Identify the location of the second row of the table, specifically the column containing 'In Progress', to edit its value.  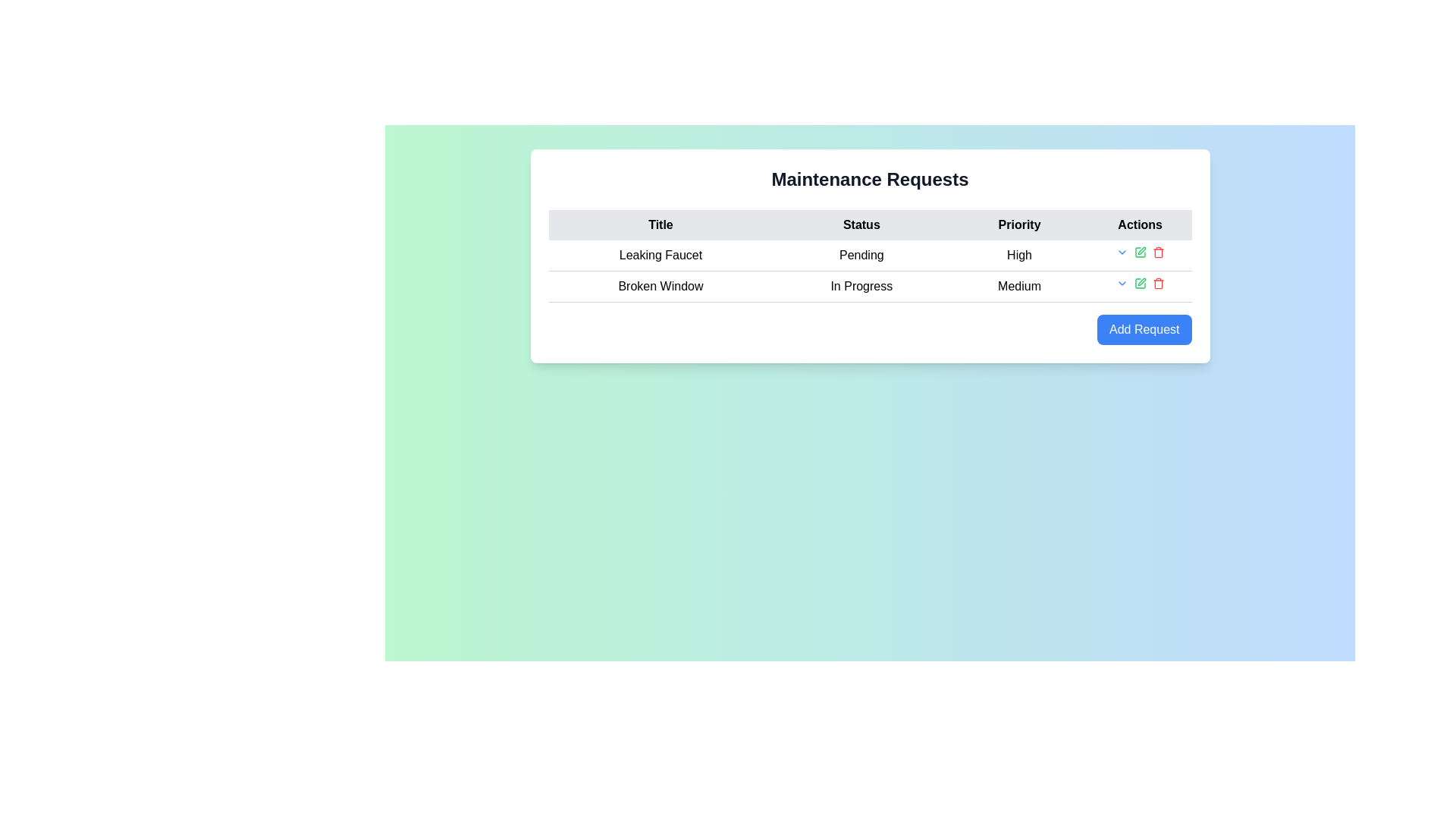
(870, 287).